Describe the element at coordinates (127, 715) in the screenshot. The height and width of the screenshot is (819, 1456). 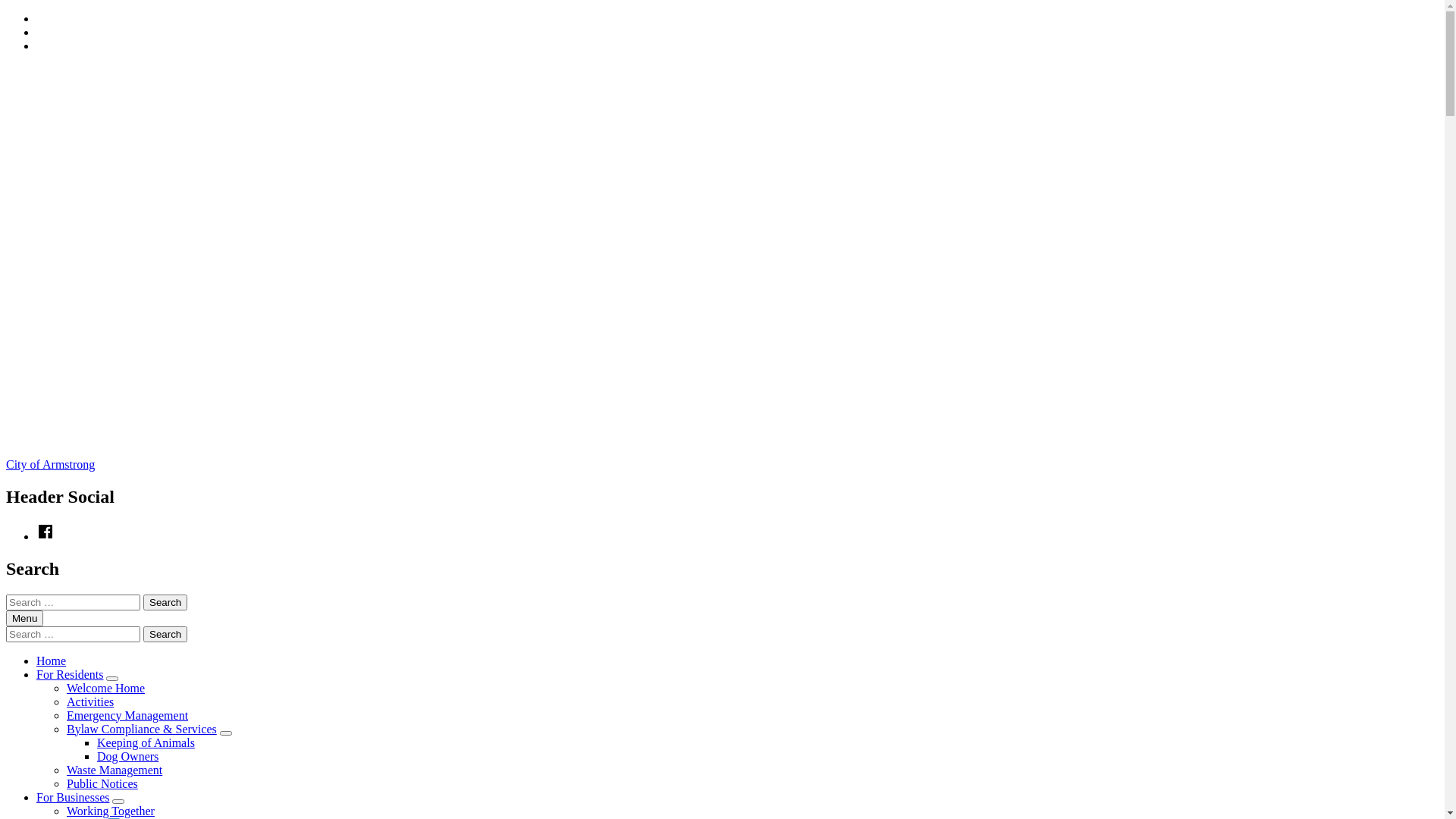
I see `'Emergency Management'` at that location.